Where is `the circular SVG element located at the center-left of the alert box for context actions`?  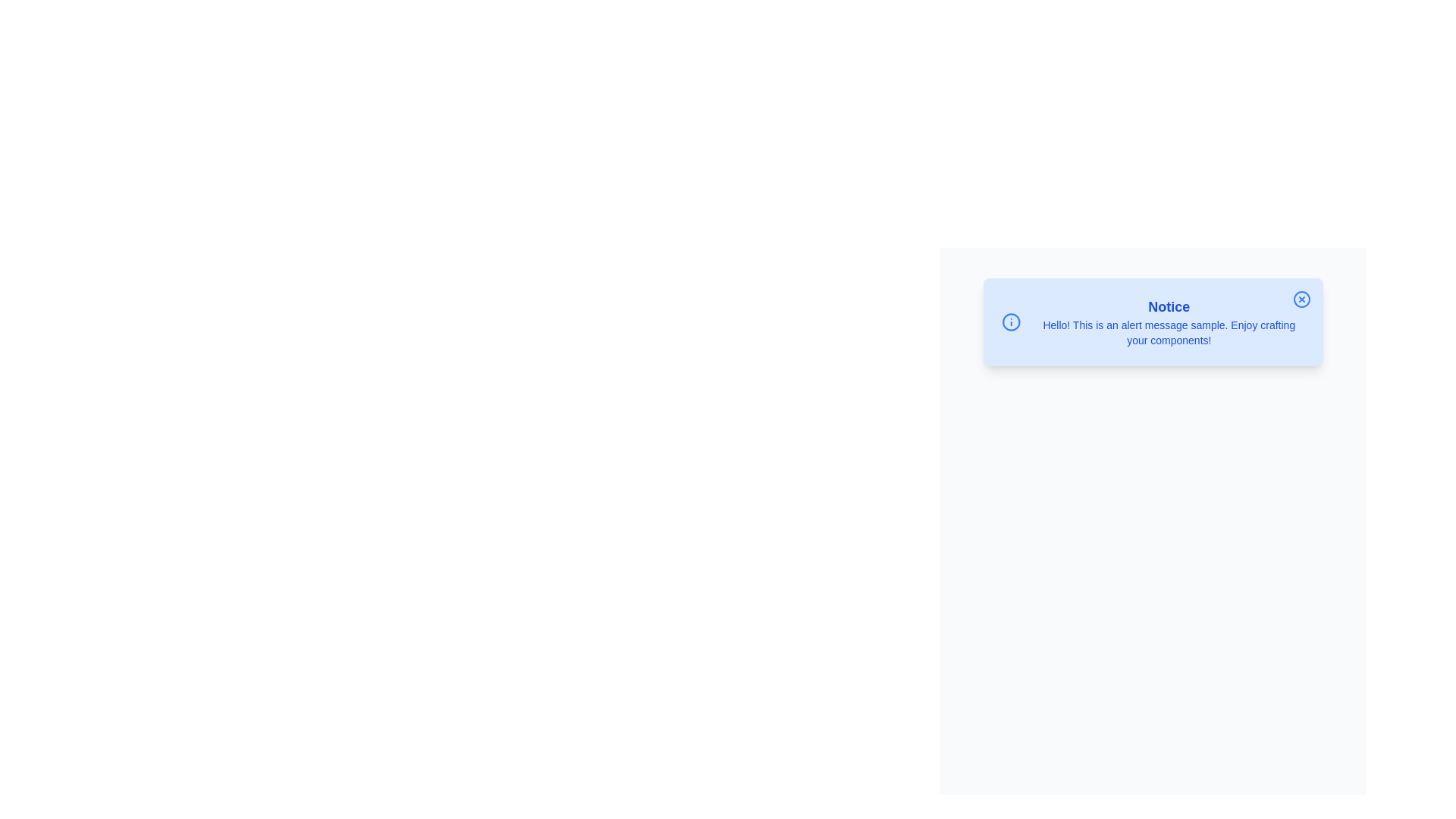 the circular SVG element located at the center-left of the alert box for context actions is located at coordinates (1011, 321).